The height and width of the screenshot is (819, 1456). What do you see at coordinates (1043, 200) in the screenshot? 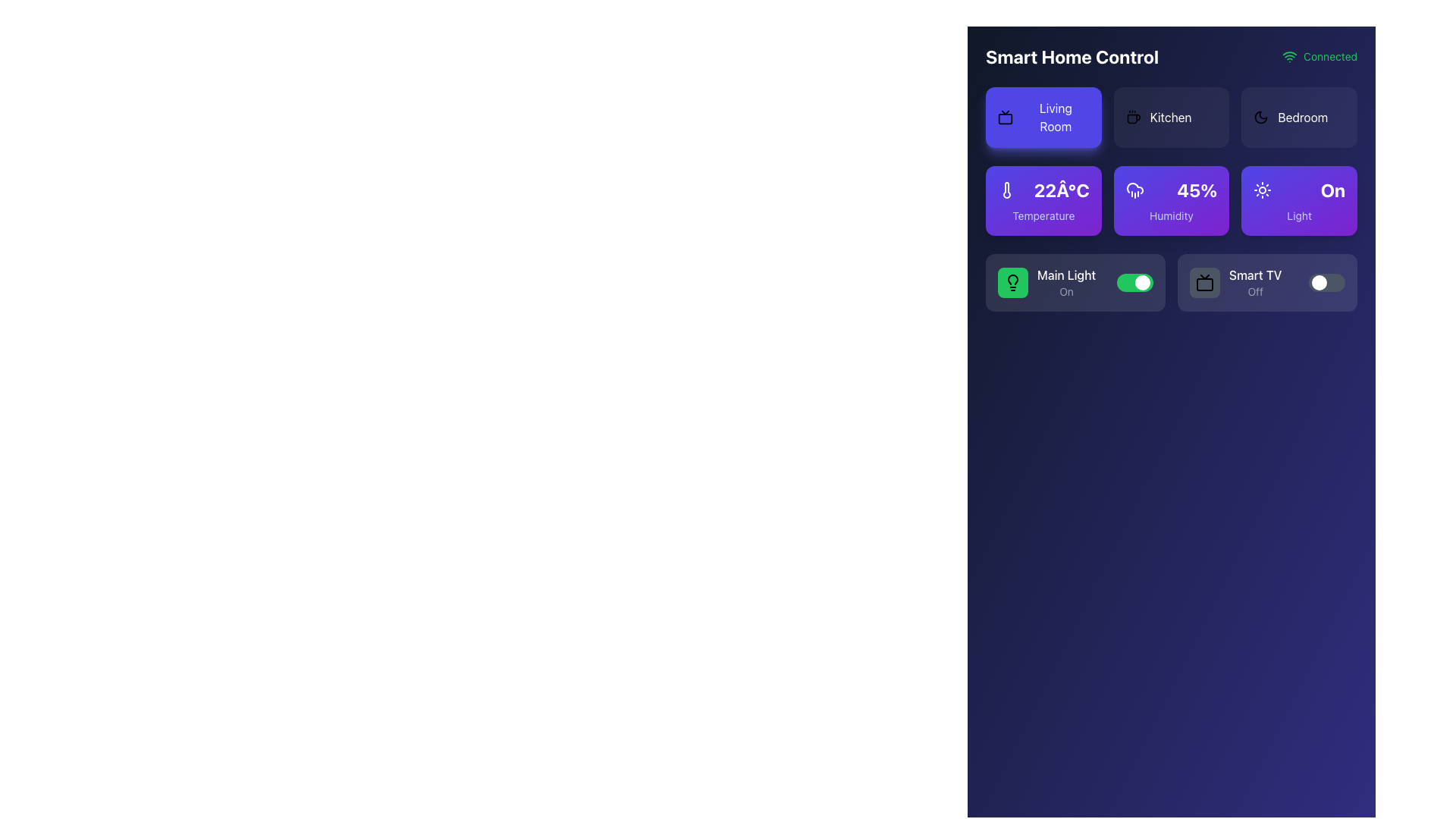
I see `the Information Card that displays '22°C' in large, bold, white text with a thermometer icon and a gradient background from indigo to purple` at bounding box center [1043, 200].